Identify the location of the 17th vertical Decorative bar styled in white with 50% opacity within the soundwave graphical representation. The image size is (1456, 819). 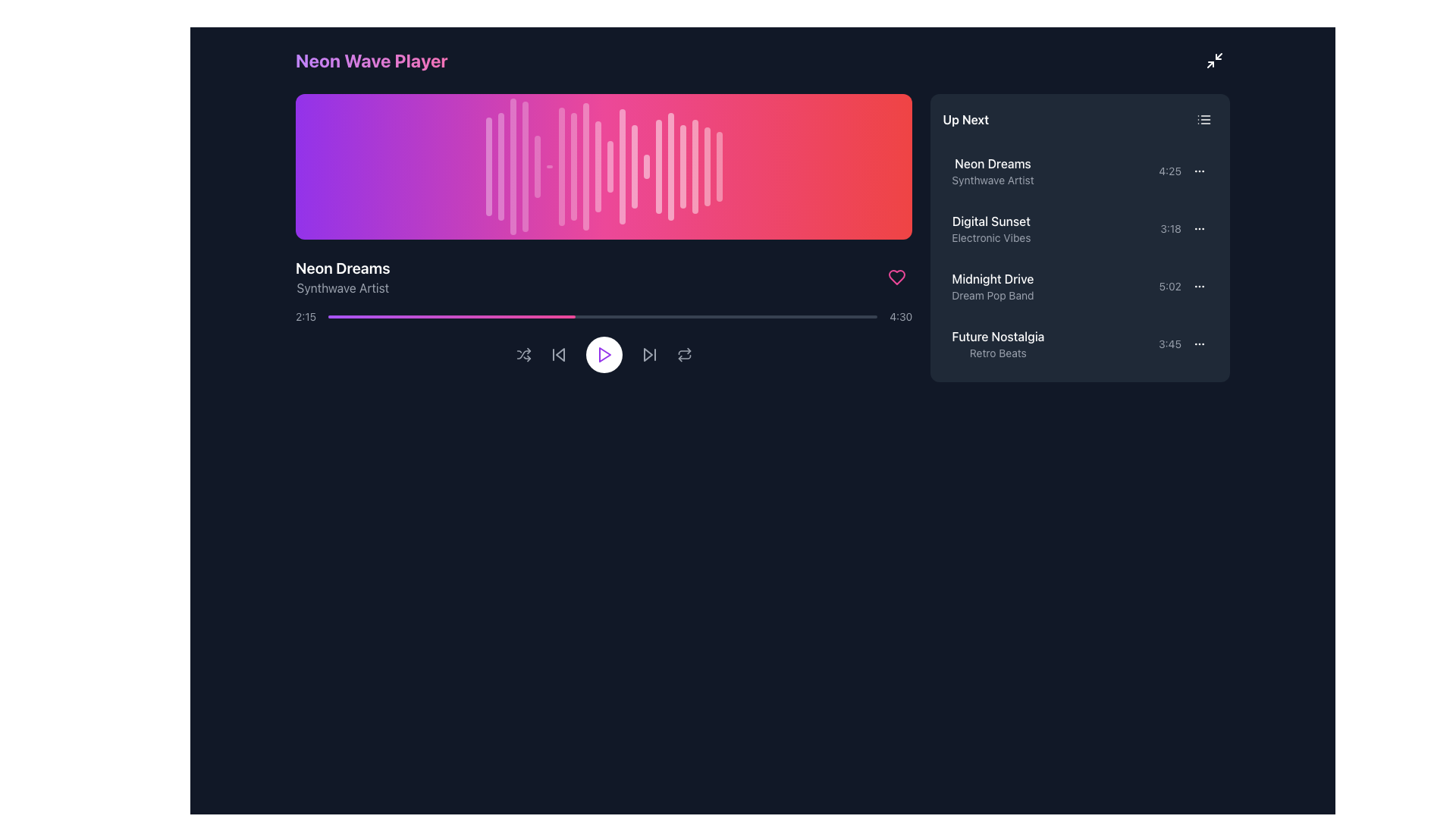
(682, 166).